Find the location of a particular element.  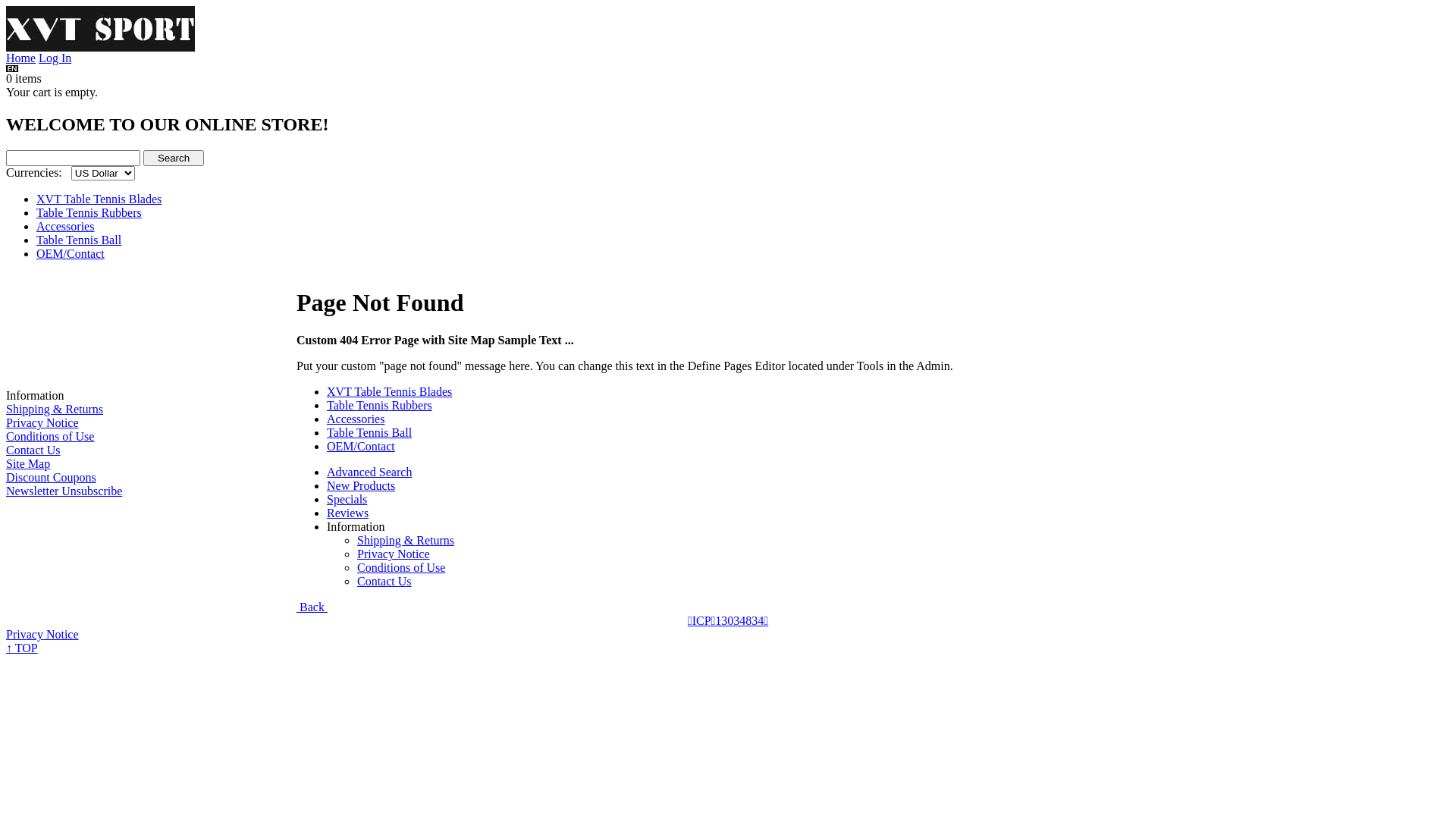

'Reviews' is located at coordinates (347, 512).